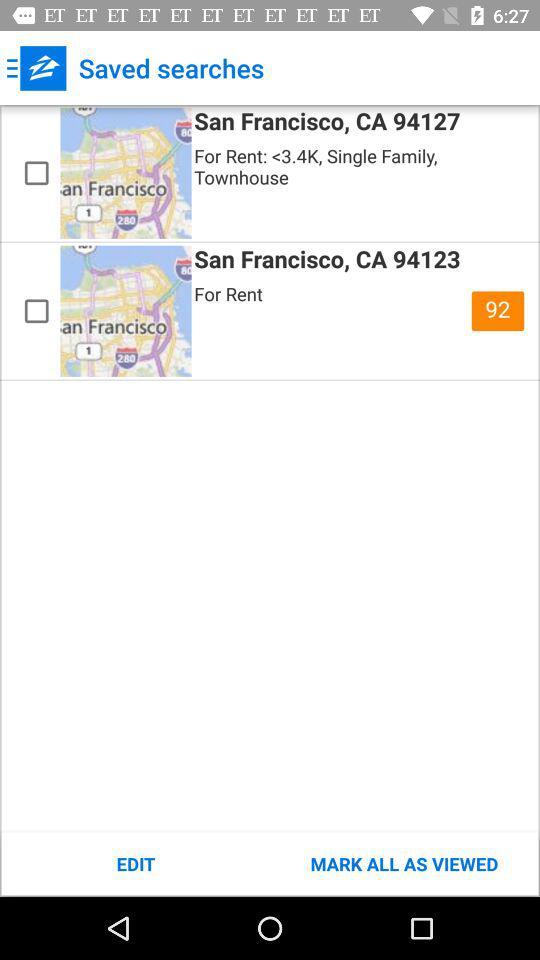 This screenshot has width=540, height=960. What do you see at coordinates (496, 311) in the screenshot?
I see `the icon to the right of the san francisco ca item` at bounding box center [496, 311].